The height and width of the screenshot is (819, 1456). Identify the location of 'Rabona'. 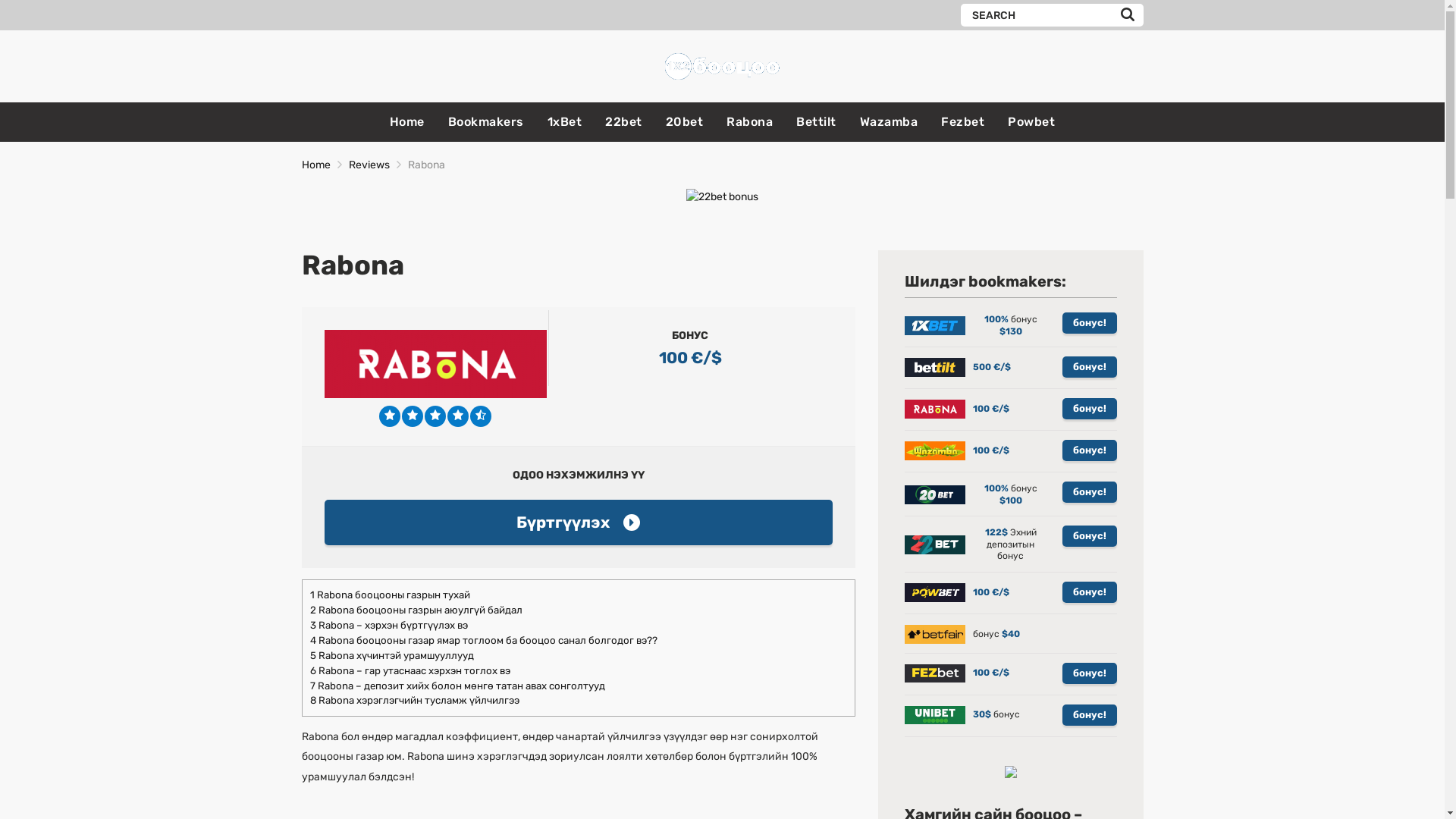
(749, 121).